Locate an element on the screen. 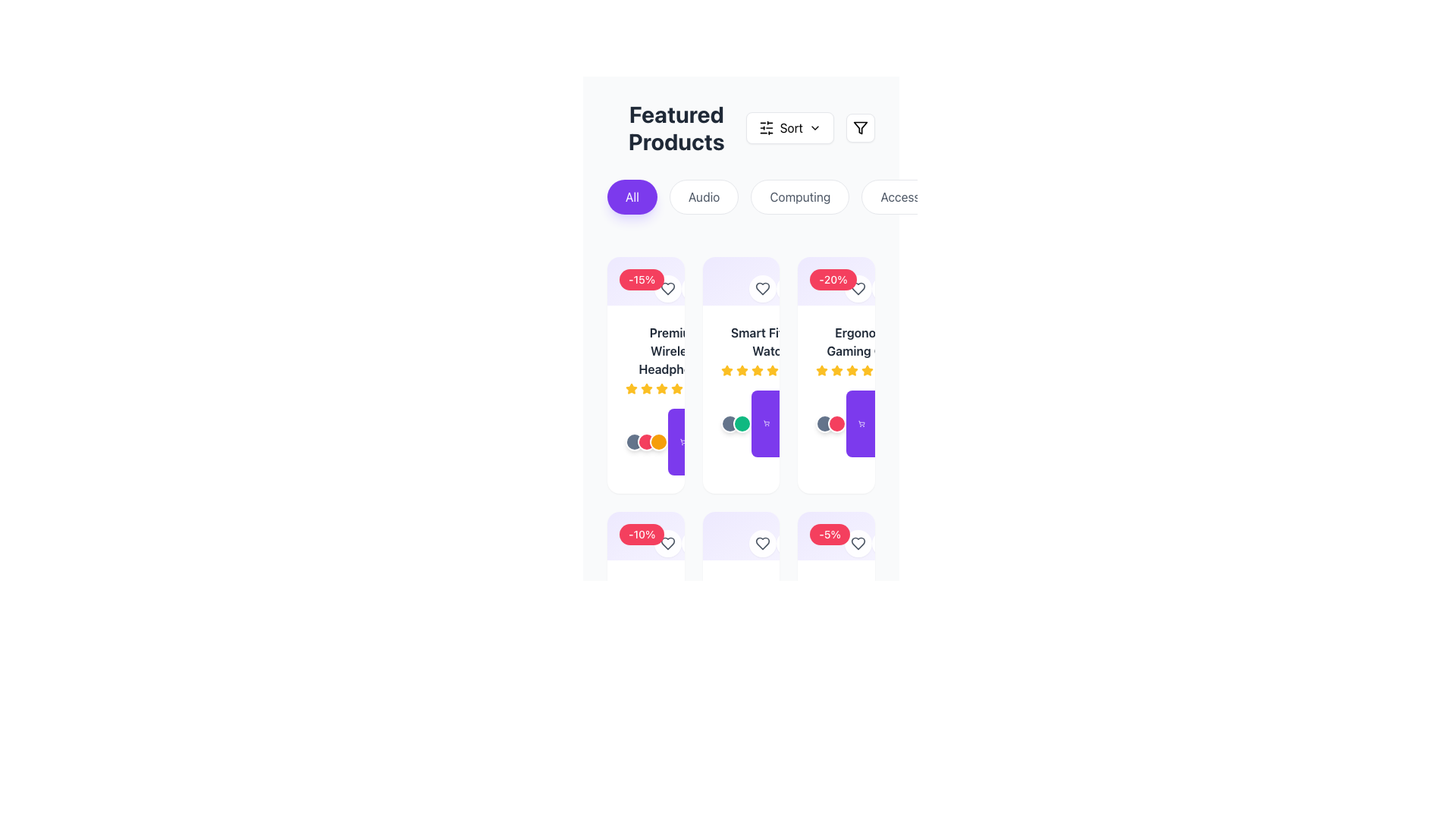 This screenshot has width=1456, height=819. the second button in the group of circle-shaped interactive icons above product cards is located at coordinates (694, 289).